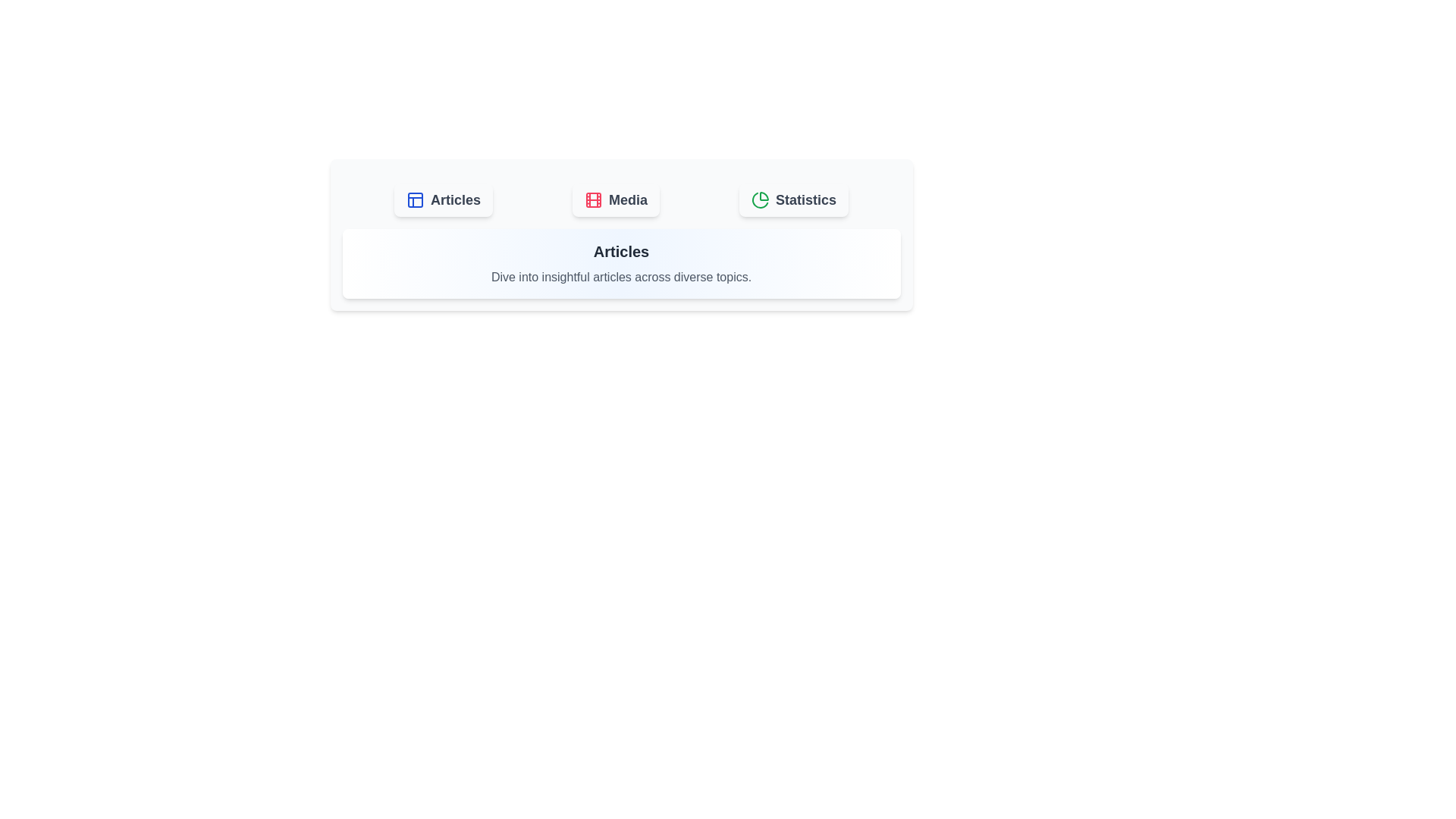 The width and height of the screenshot is (1456, 819). Describe the element at coordinates (443, 199) in the screenshot. I see `the tab labeled Articles to see its hover effect` at that location.